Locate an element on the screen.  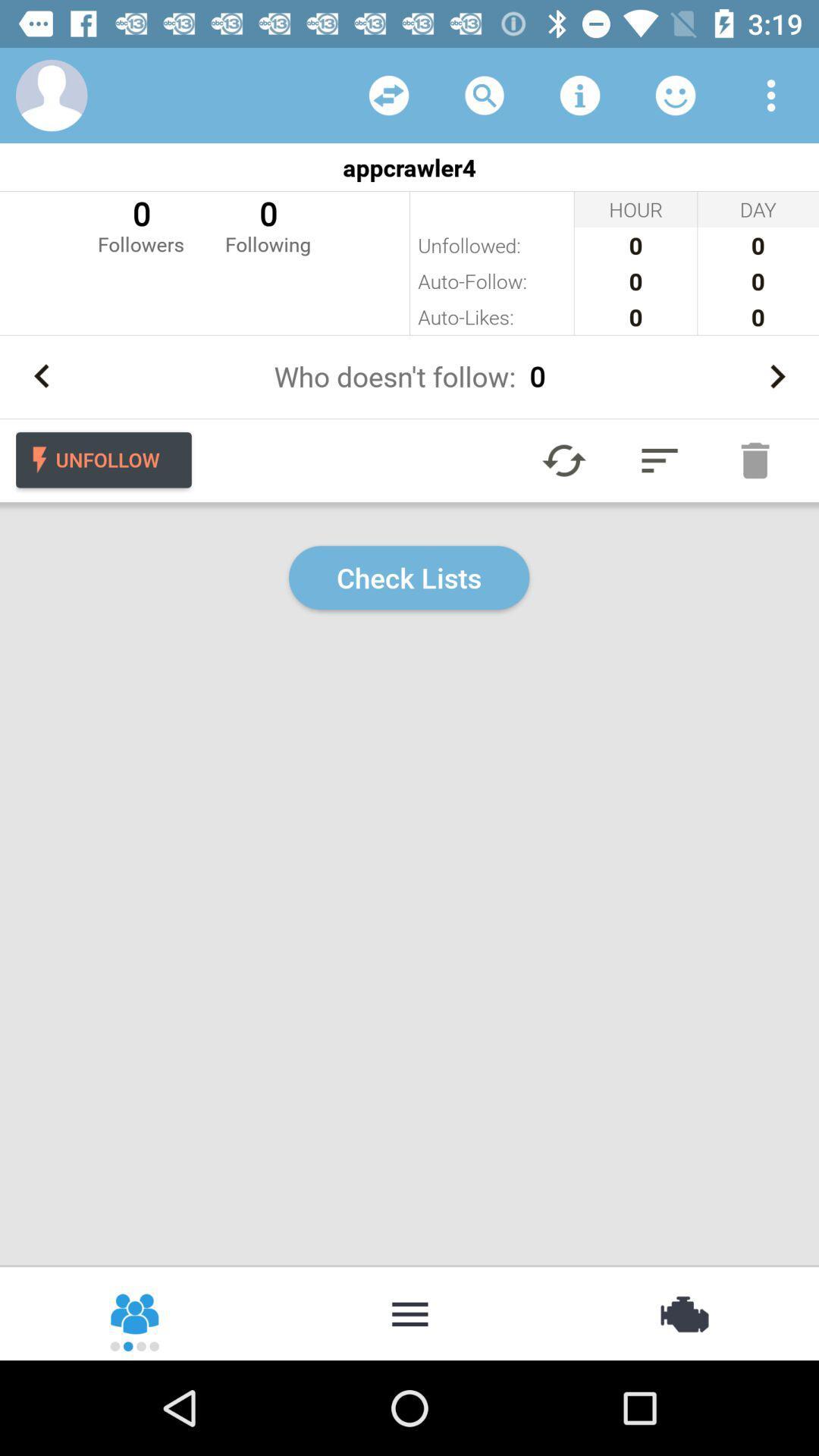
the more icon is located at coordinates (409, 1312).